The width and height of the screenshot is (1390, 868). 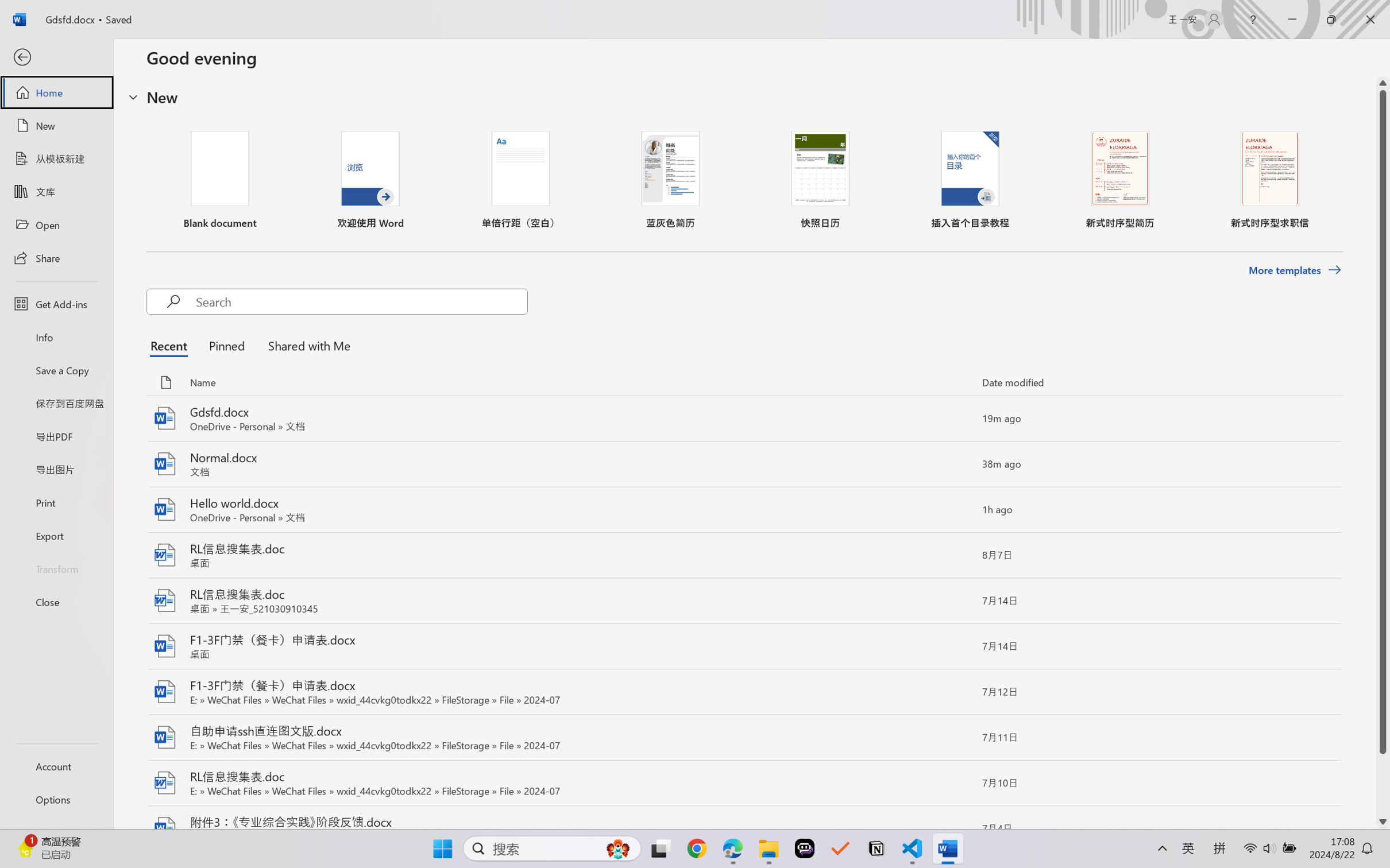 What do you see at coordinates (361, 301) in the screenshot?
I see `'Search'` at bounding box center [361, 301].